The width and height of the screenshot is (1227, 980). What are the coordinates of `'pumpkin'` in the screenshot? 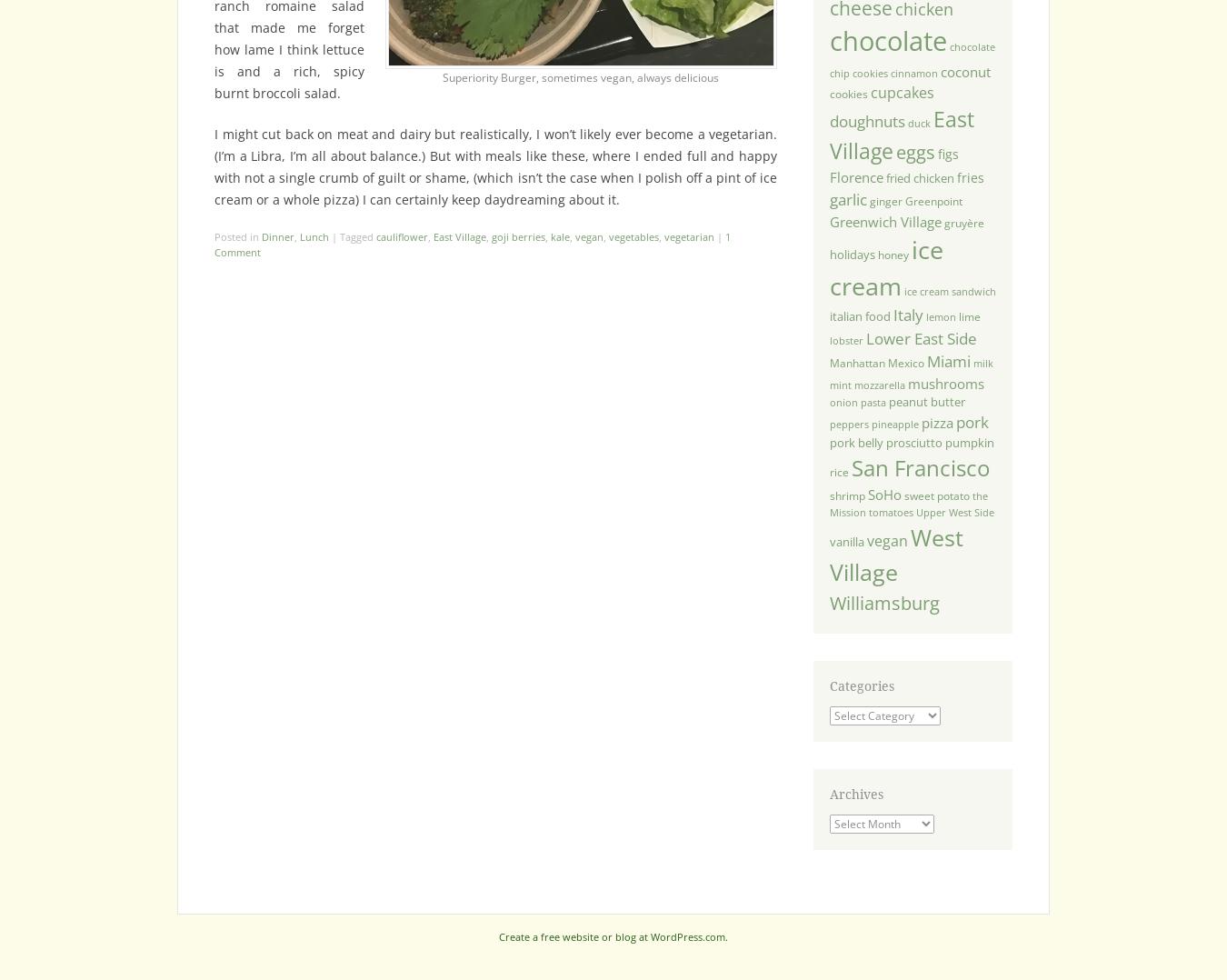 It's located at (968, 440).